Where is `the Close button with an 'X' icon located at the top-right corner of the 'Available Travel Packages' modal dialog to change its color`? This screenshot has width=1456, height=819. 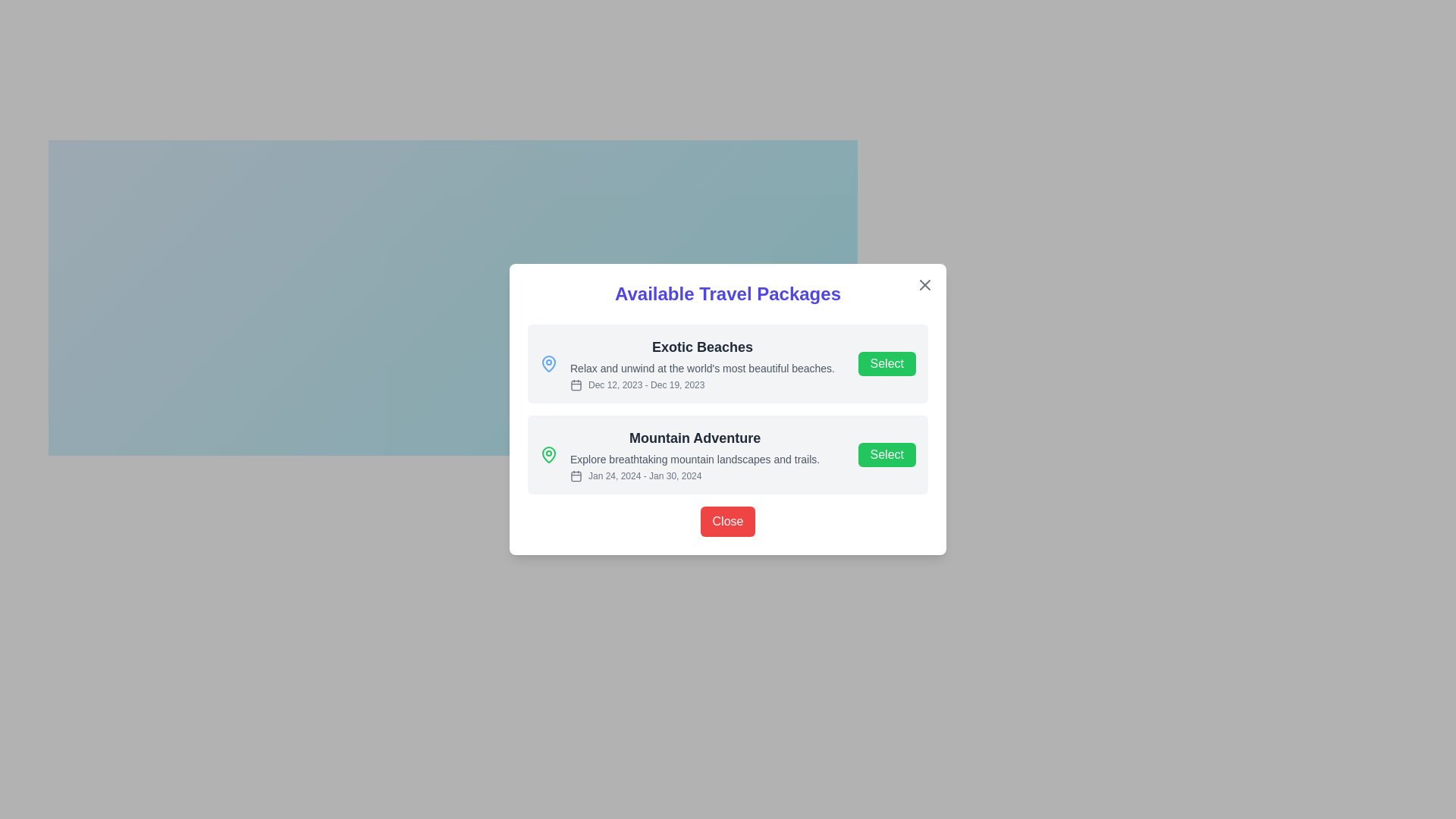 the Close button with an 'X' icon located at the top-right corner of the 'Available Travel Packages' modal dialog to change its color is located at coordinates (924, 284).